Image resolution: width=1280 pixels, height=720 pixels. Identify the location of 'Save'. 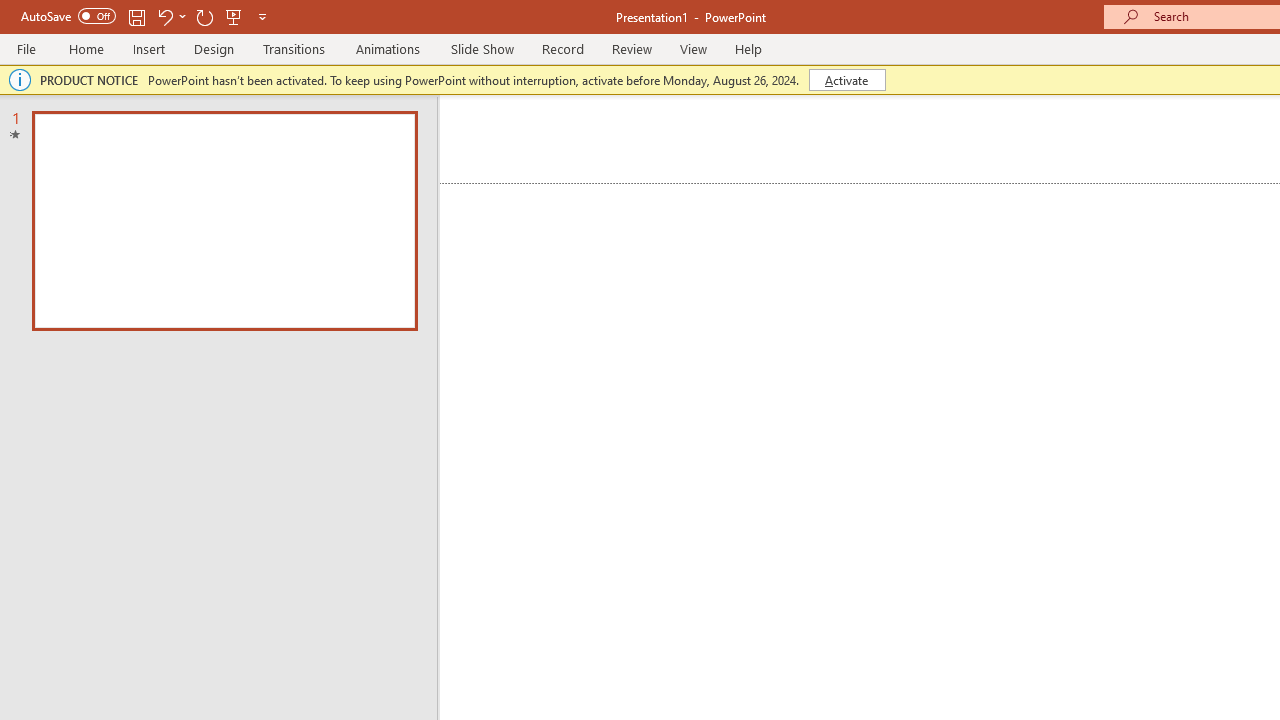
(135, 16).